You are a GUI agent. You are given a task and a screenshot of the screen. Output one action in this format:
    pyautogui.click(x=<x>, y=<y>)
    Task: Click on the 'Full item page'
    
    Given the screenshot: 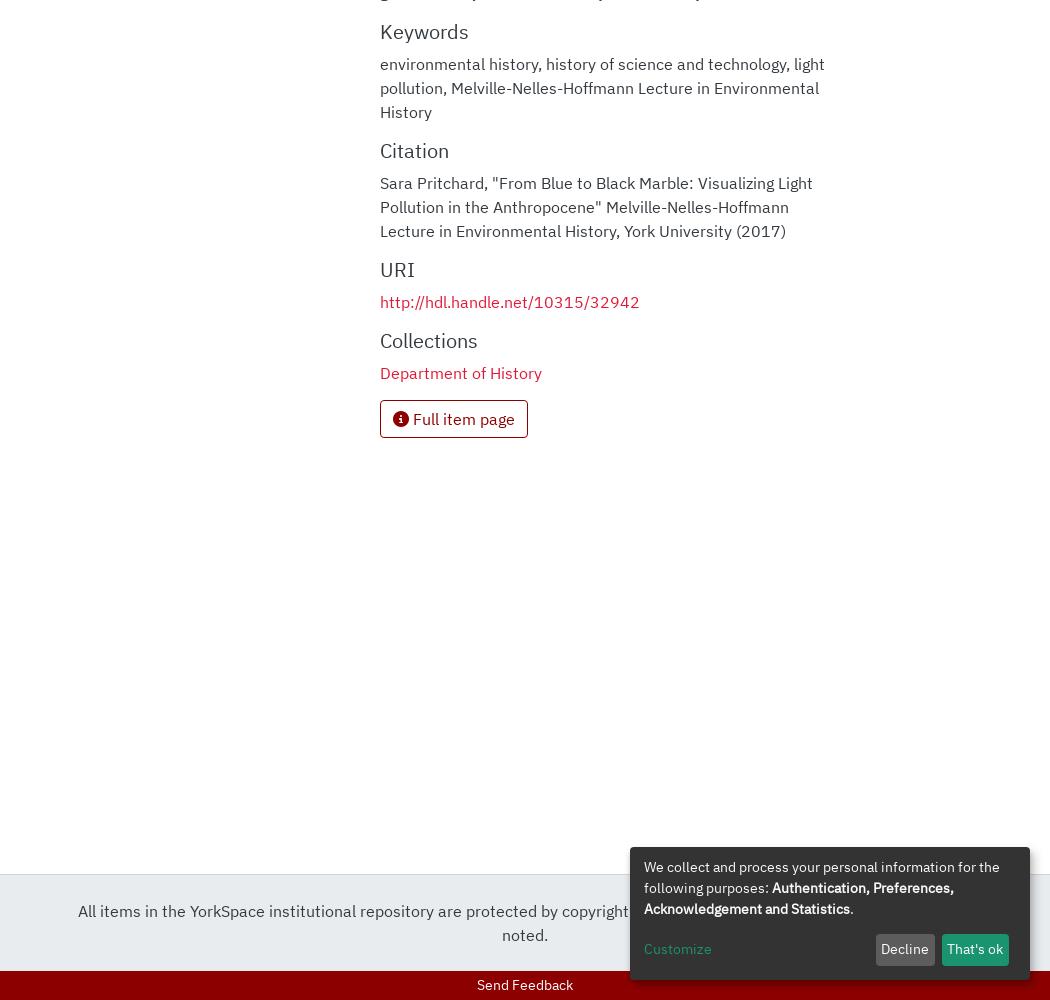 What is the action you would take?
    pyautogui.click(x=408, y=418)
    